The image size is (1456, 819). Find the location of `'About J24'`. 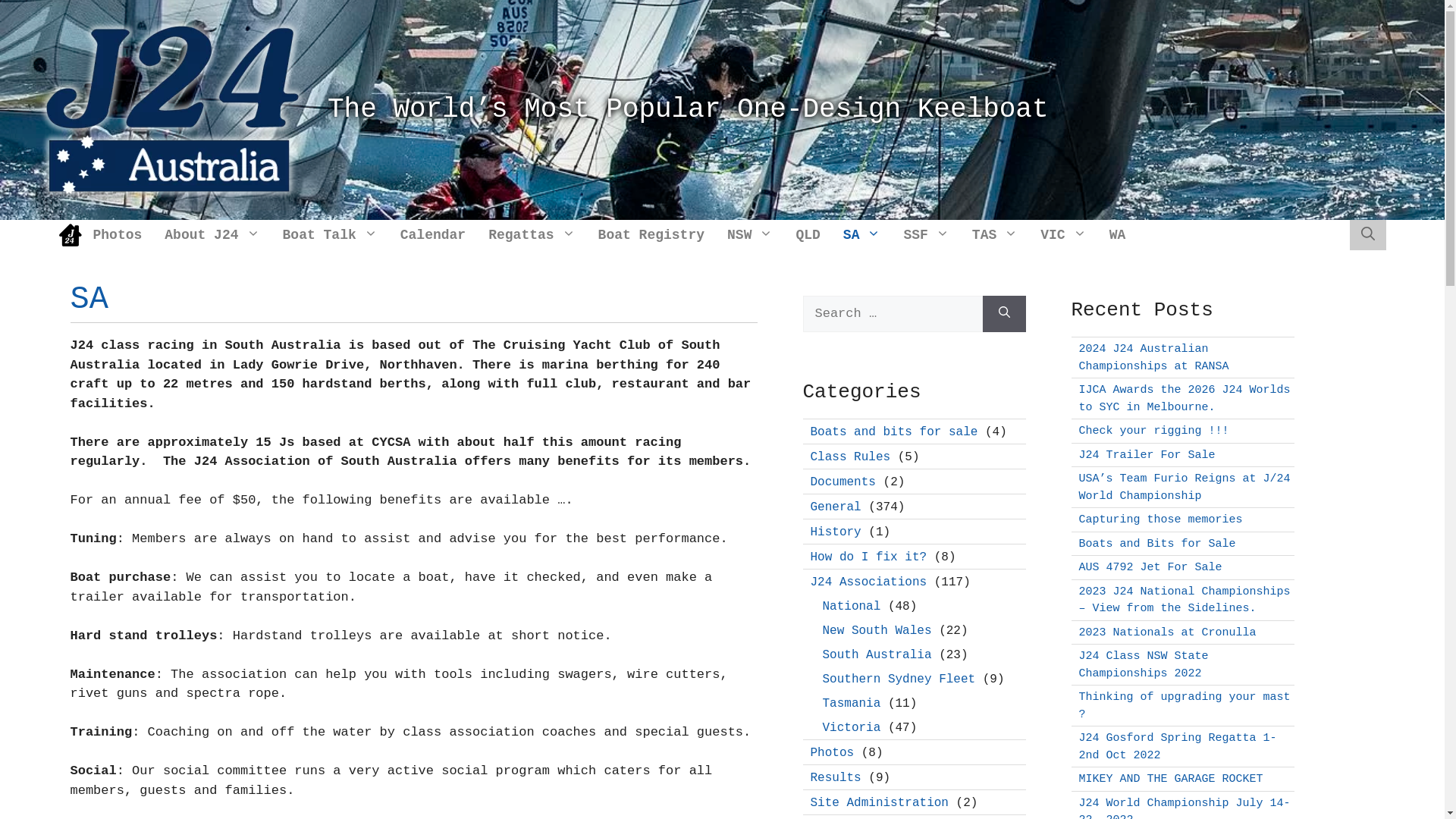

'About J24' is located at coordinates (211, 234).